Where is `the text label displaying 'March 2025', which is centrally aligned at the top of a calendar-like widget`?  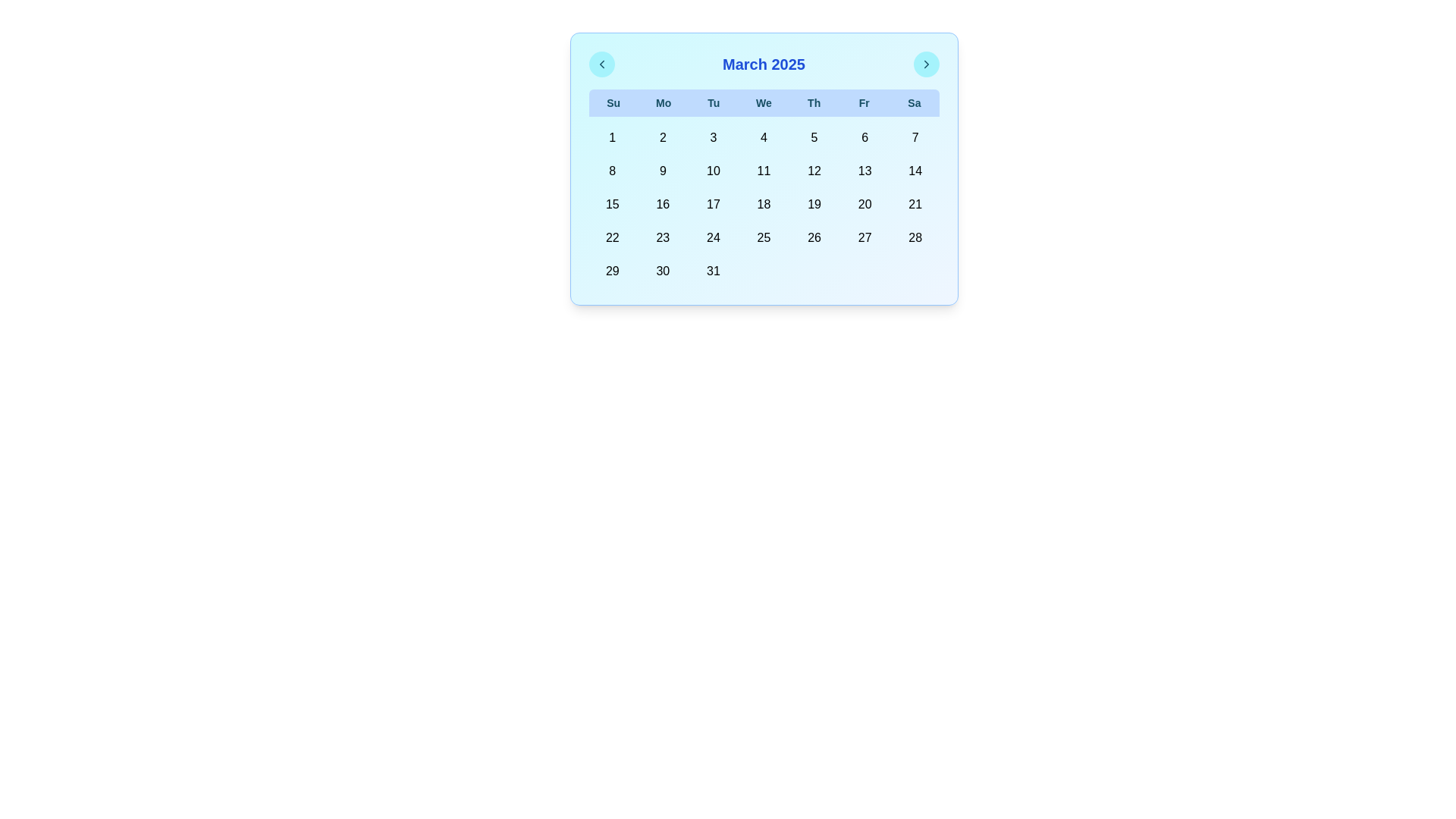 the text label displaying 'March 2025', which is centrally aligned at the top of a calendar-like widget is located at coordinates (764, 63).